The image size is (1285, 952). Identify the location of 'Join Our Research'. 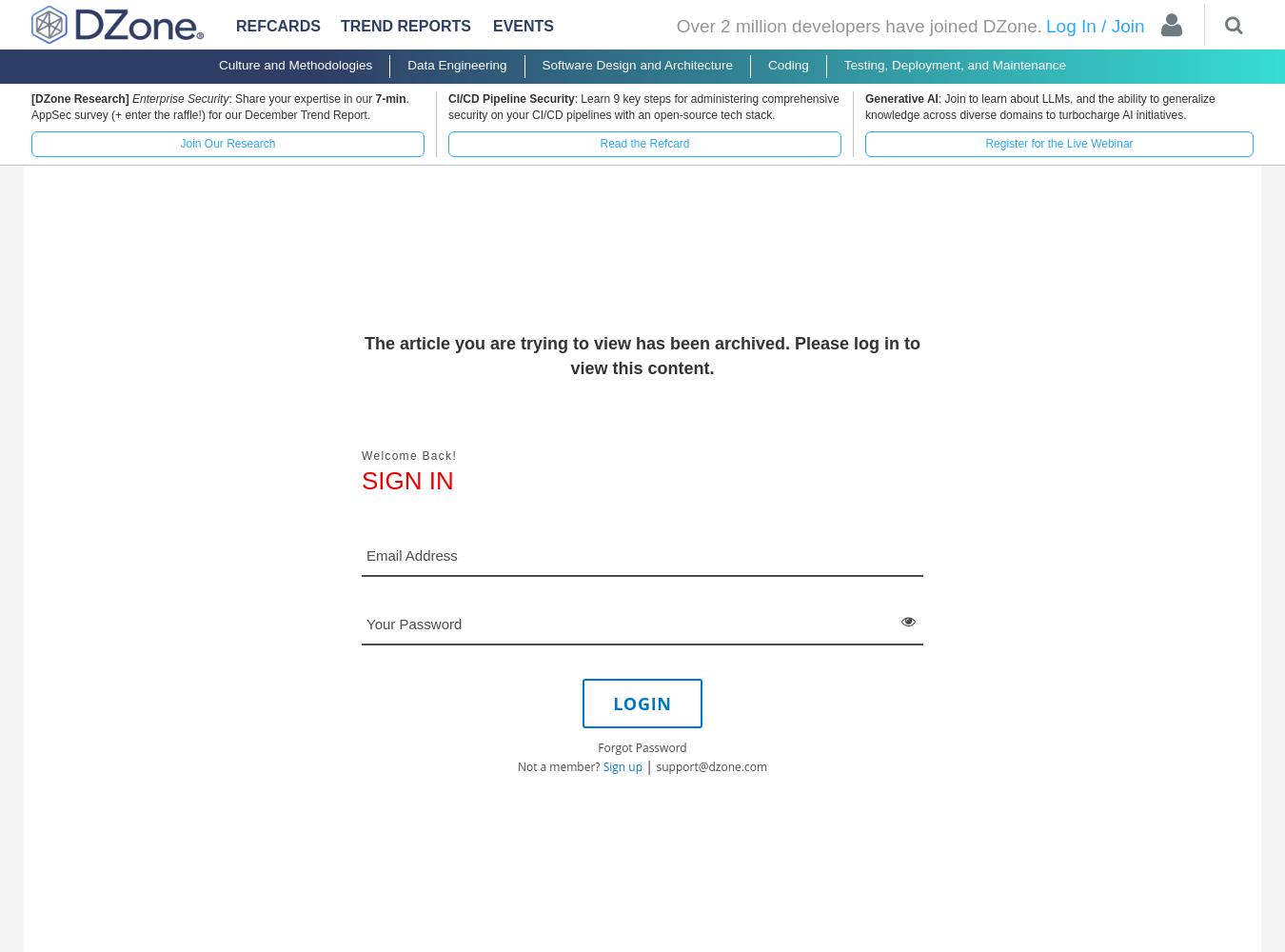
(226, 144).